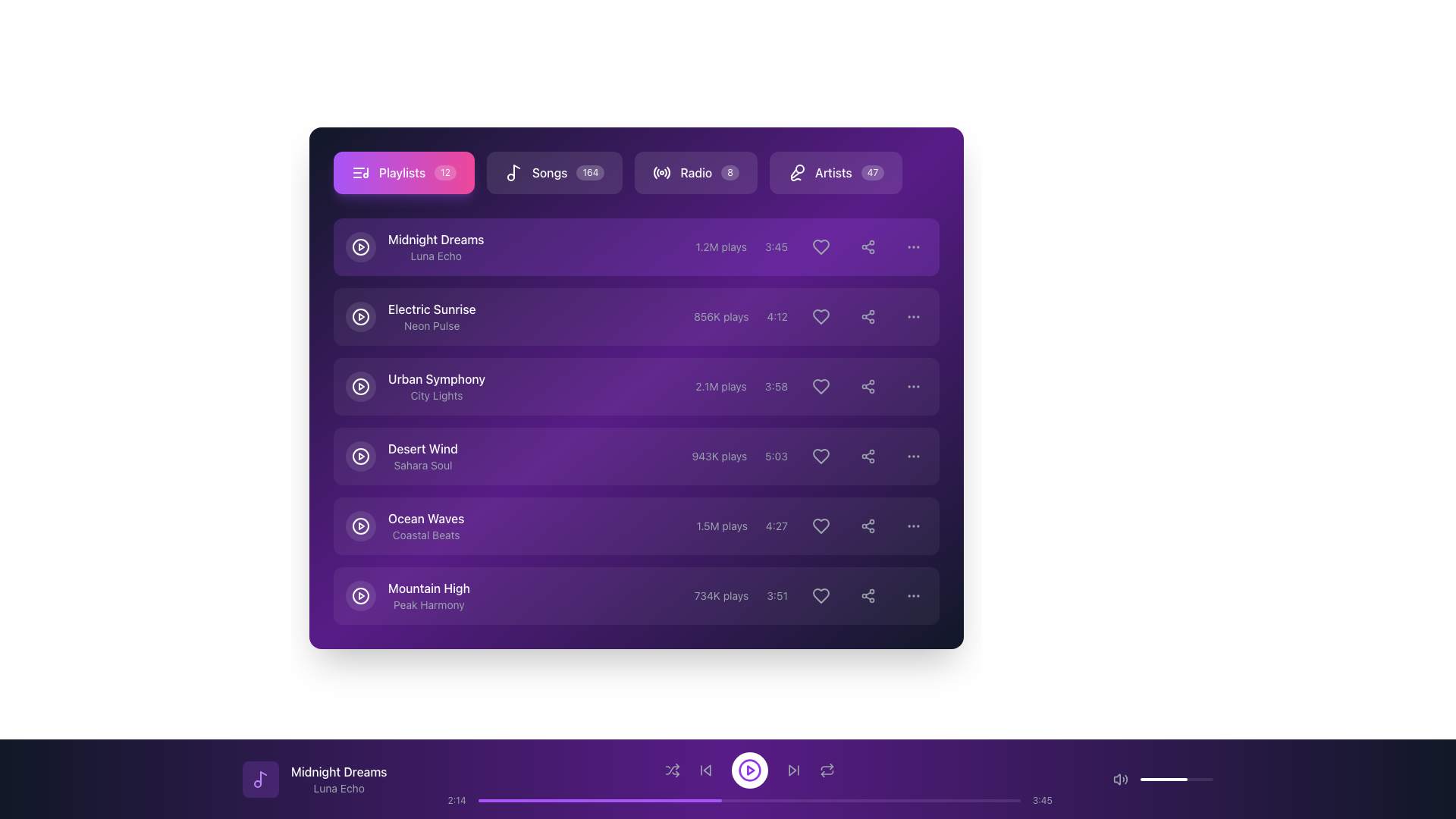 Image resolution: width=1456 pixels, height=819 pixels. I want to click on the ellipsis icon located on the rightmost side of the list entry for the song 'Ocean Waves' by 'Coastal Beats', so click(912, 526).